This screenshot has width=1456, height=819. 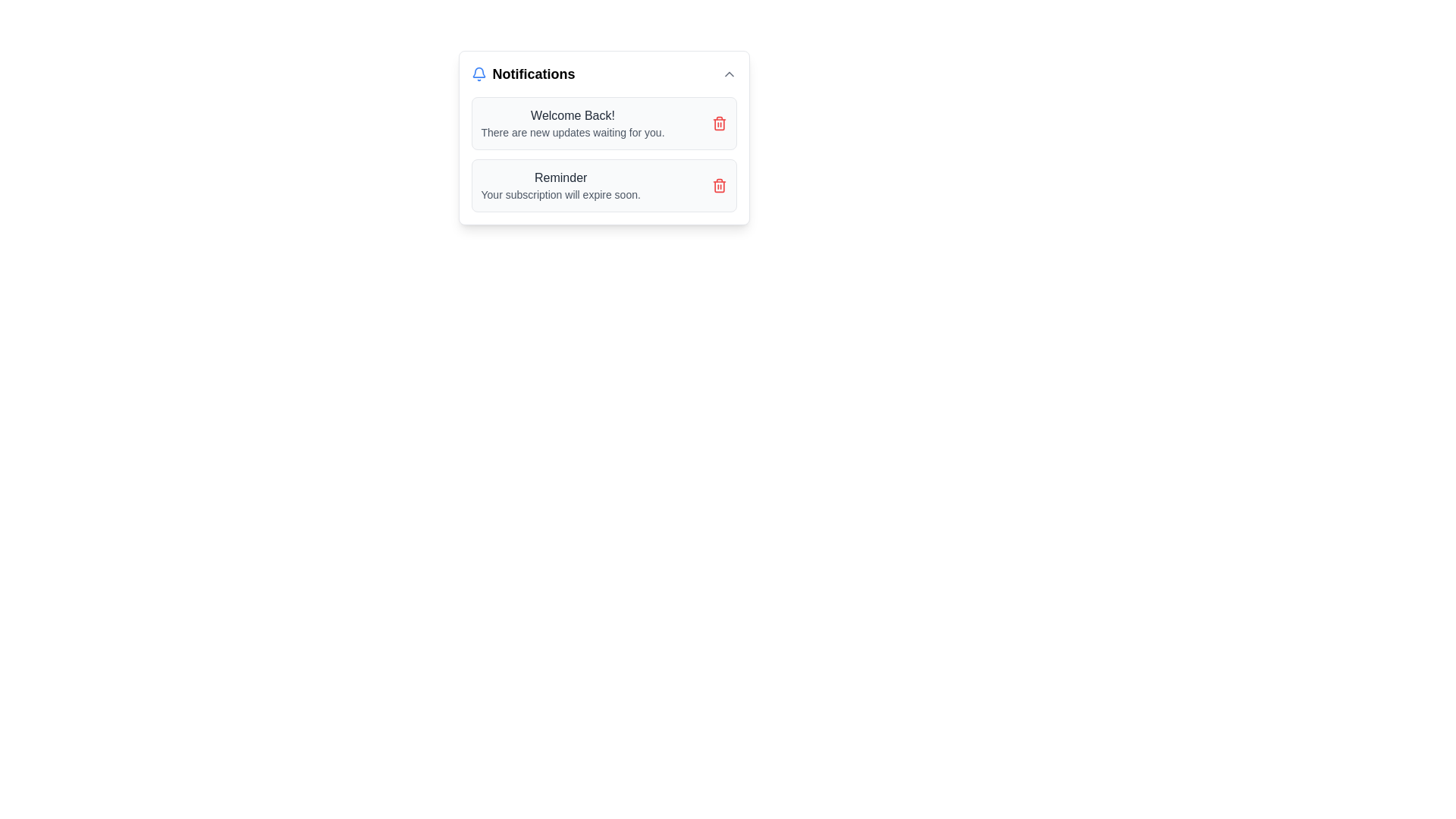 What do you see at coordinates (560, 185) in the screenshot?
I see `the 'Reminder' Notification Text Block element which contains the message 'Your subscription will expire soon.'` at bounding box center [560, 185].